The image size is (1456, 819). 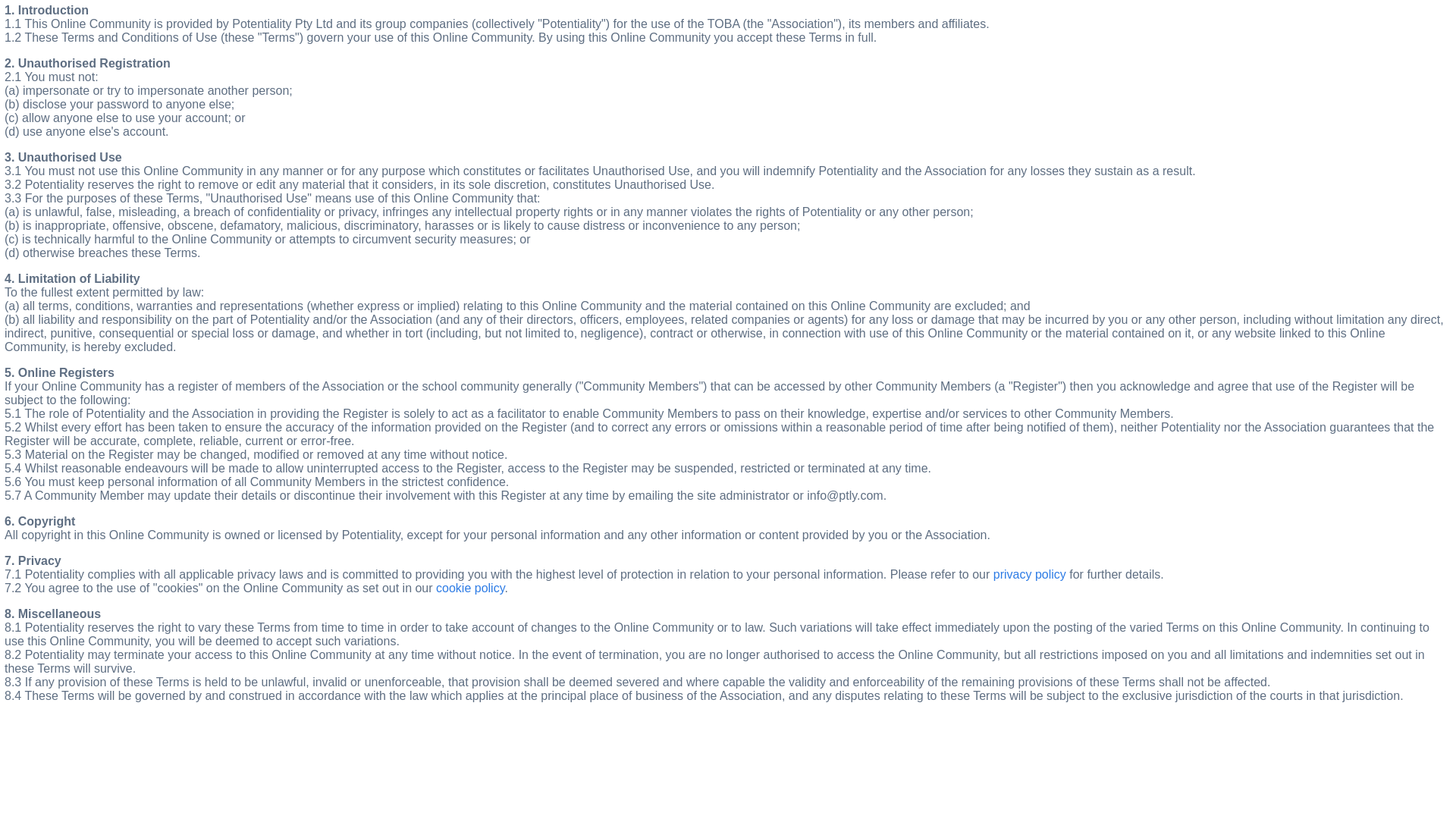 What do you see at coordinates (1030, 574) in the screenshot?
I see `'privacy policy'` at bounding box center [1030, 574].